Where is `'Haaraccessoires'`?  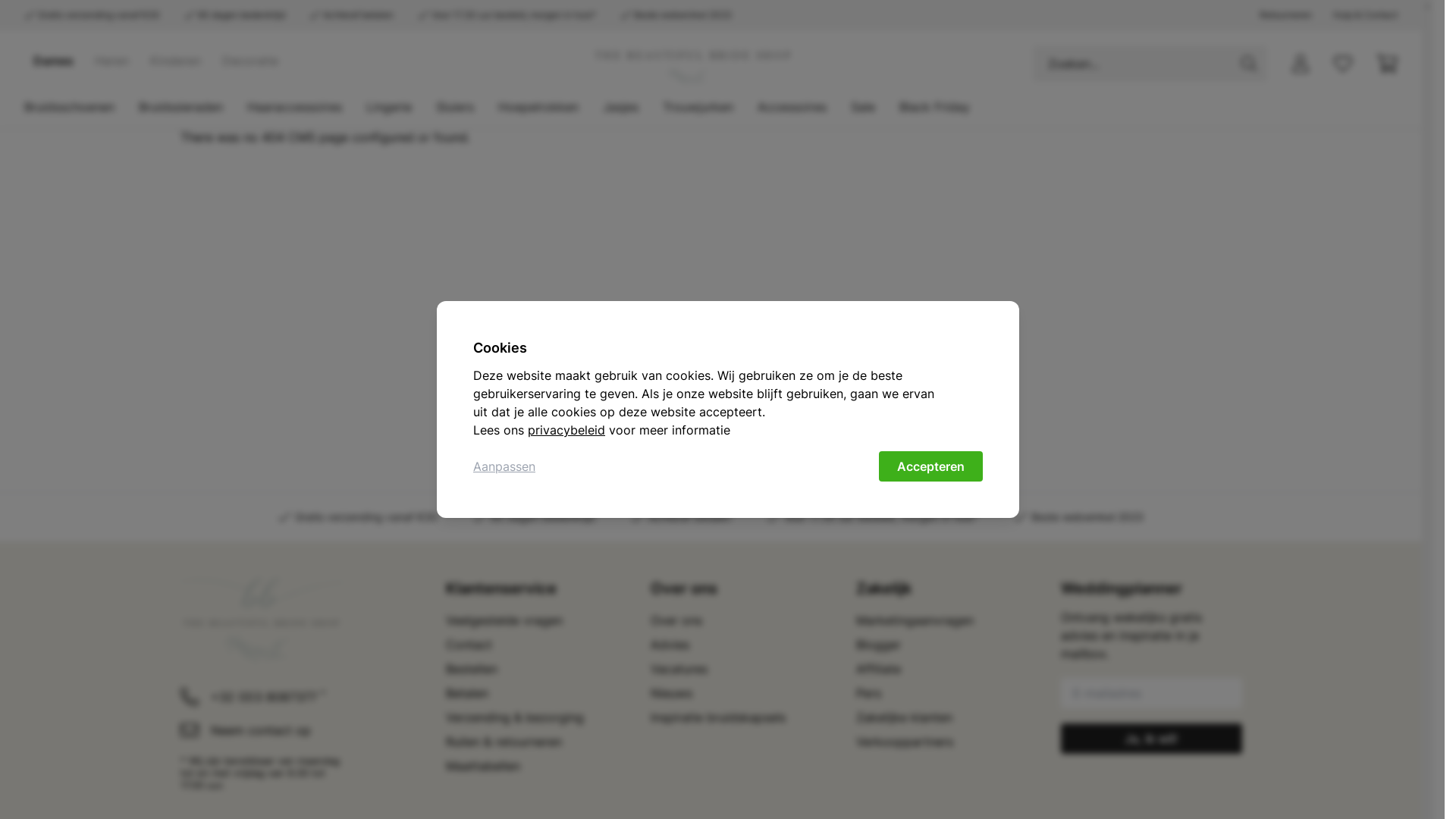
'Haaraccessoires' is located at coordinates (294, 106).